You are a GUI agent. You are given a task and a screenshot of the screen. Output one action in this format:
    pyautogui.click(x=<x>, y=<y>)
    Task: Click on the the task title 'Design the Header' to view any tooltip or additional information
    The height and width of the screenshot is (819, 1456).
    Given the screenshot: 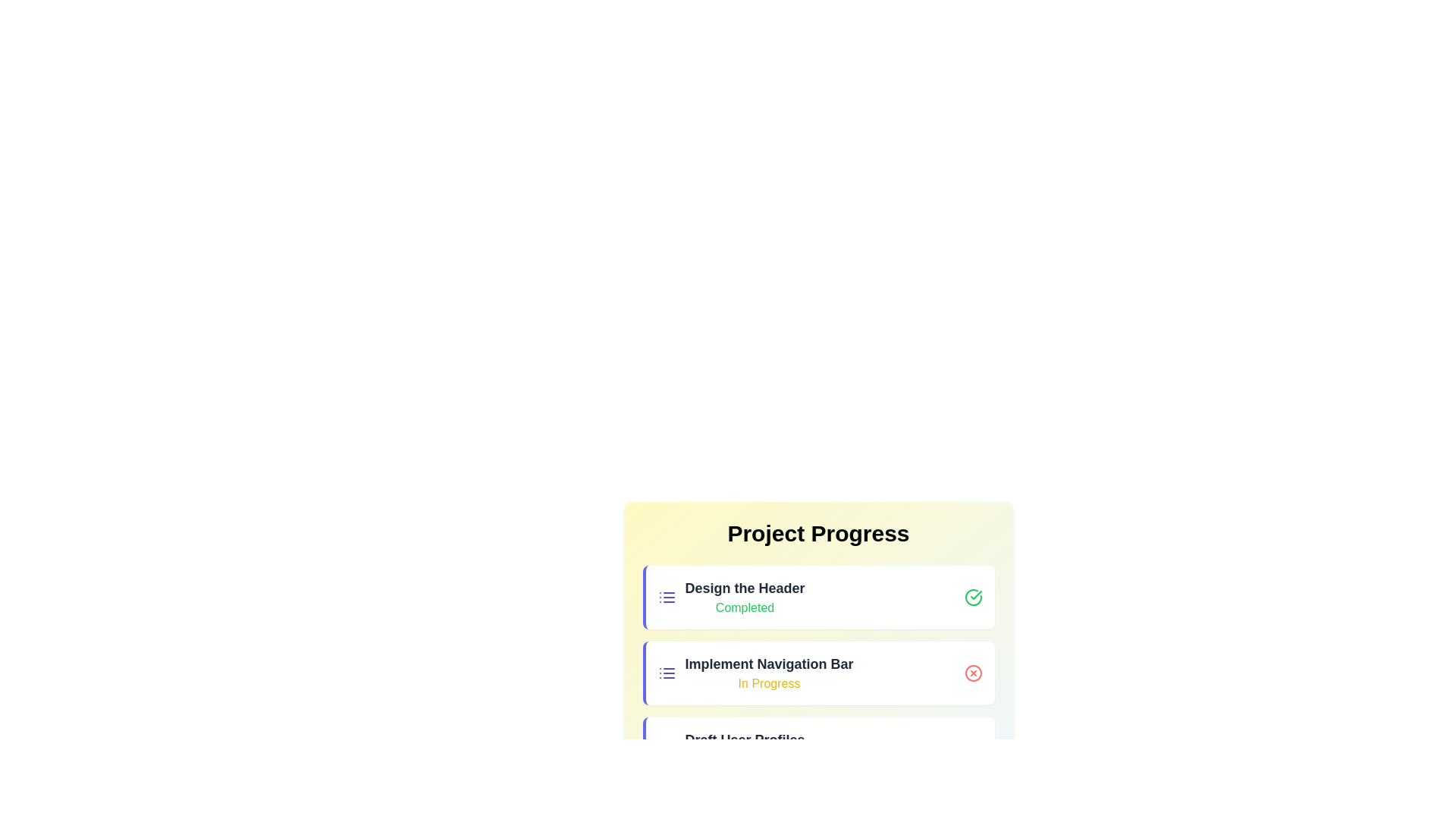 What is the action you would take?
    pyautogui.click(x=745, y=587)
    